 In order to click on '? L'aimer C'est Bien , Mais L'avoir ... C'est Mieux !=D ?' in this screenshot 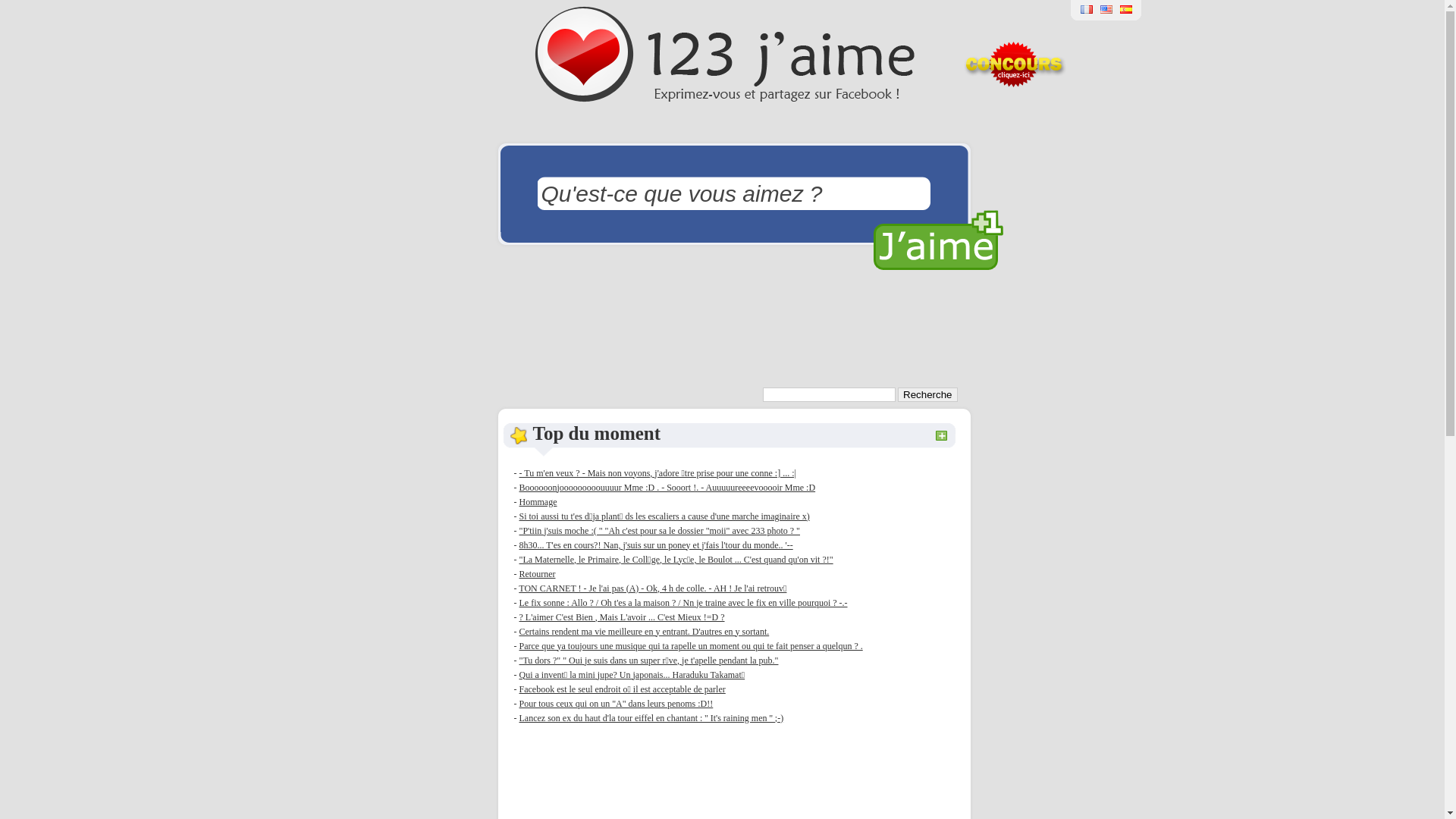, I will do `click(621, 617)`.